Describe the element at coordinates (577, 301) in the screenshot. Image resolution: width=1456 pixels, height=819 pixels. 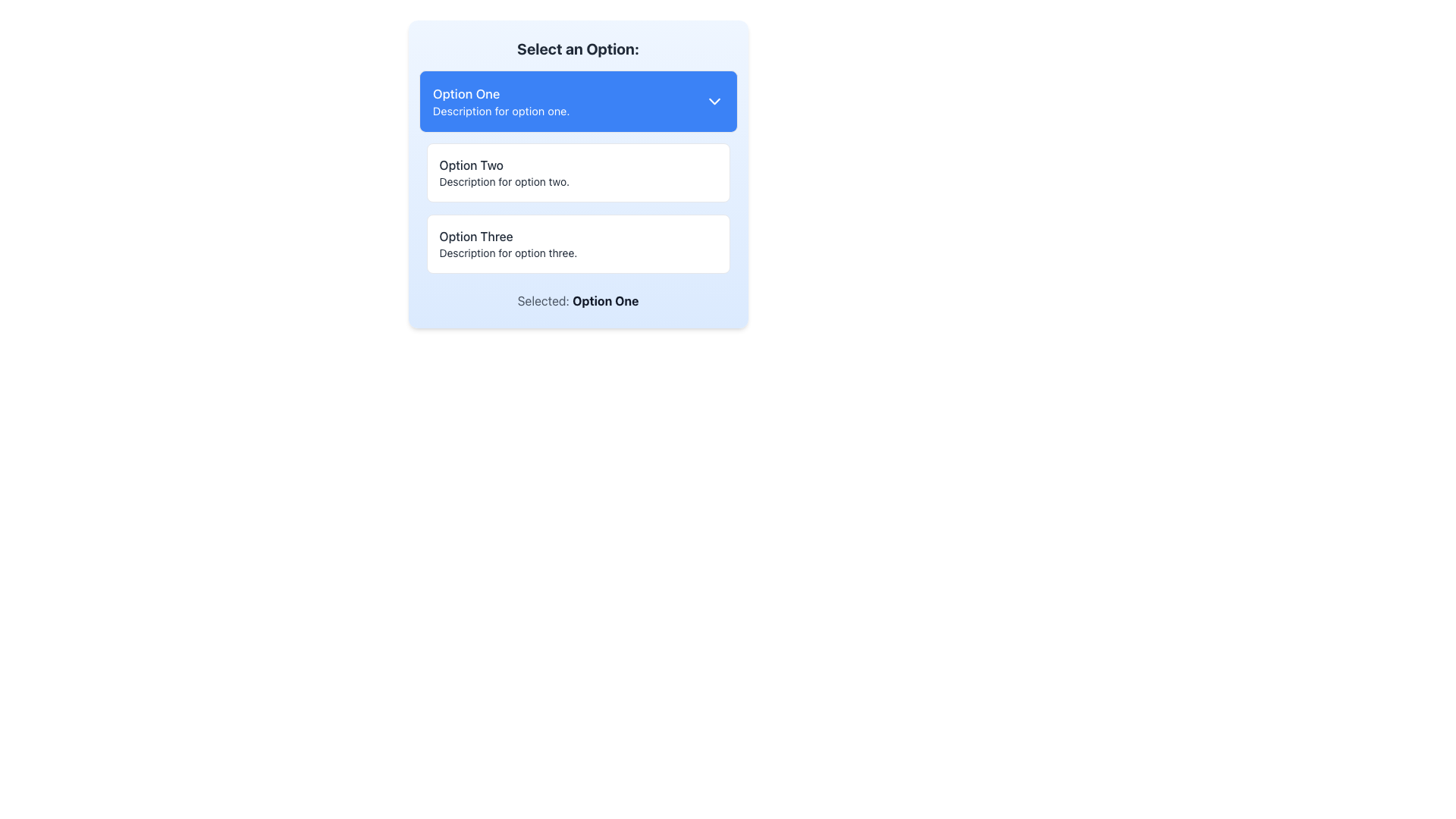
I see `the label that indicates the currently selected option from the list of 'Option One,' 'Option Two,' and 'Option Three.'` at that location.